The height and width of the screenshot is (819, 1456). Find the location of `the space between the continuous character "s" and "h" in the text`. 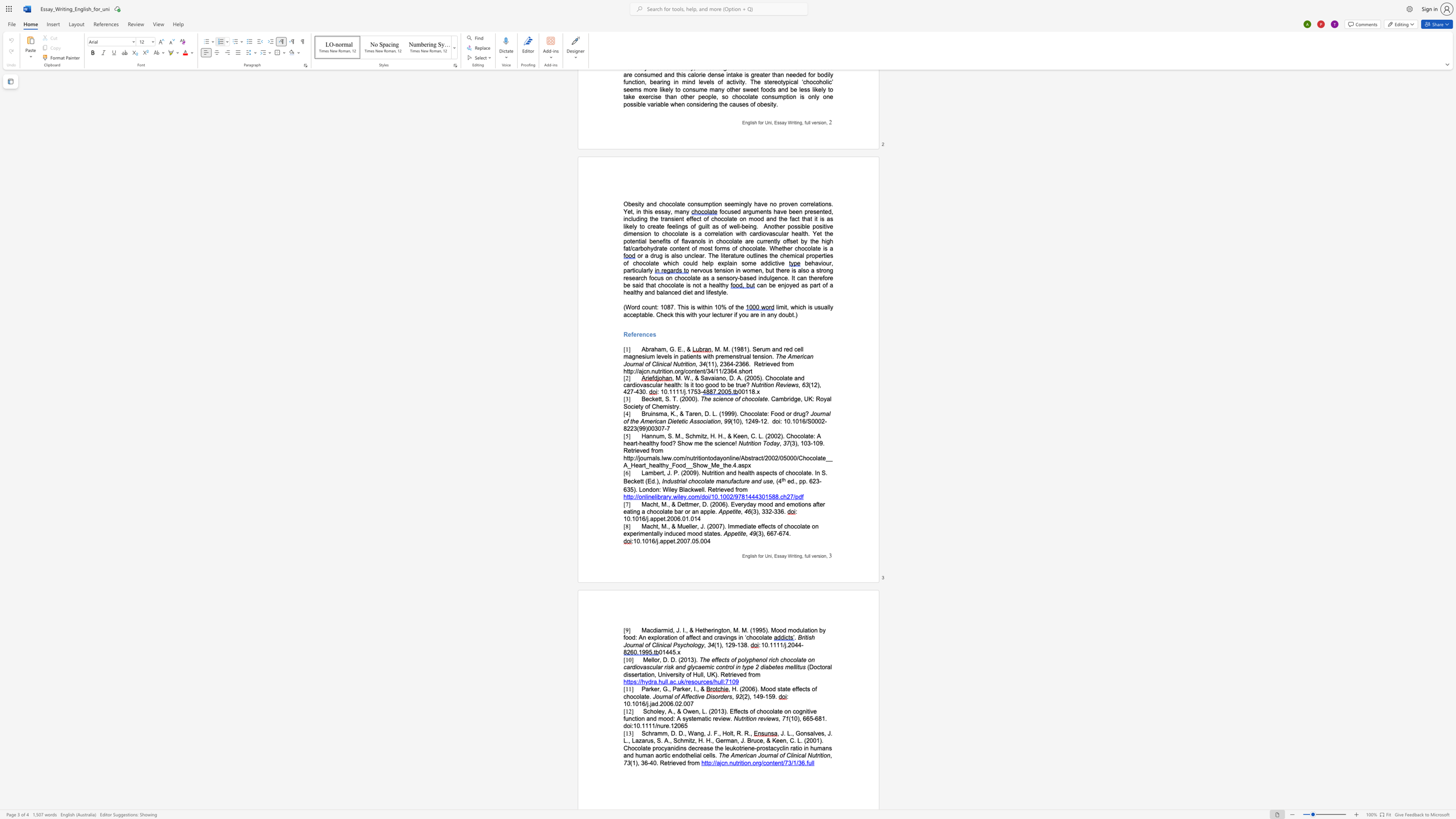

the space between the continuous character "s" and "h" in the text is located at coordinates (755, 556).